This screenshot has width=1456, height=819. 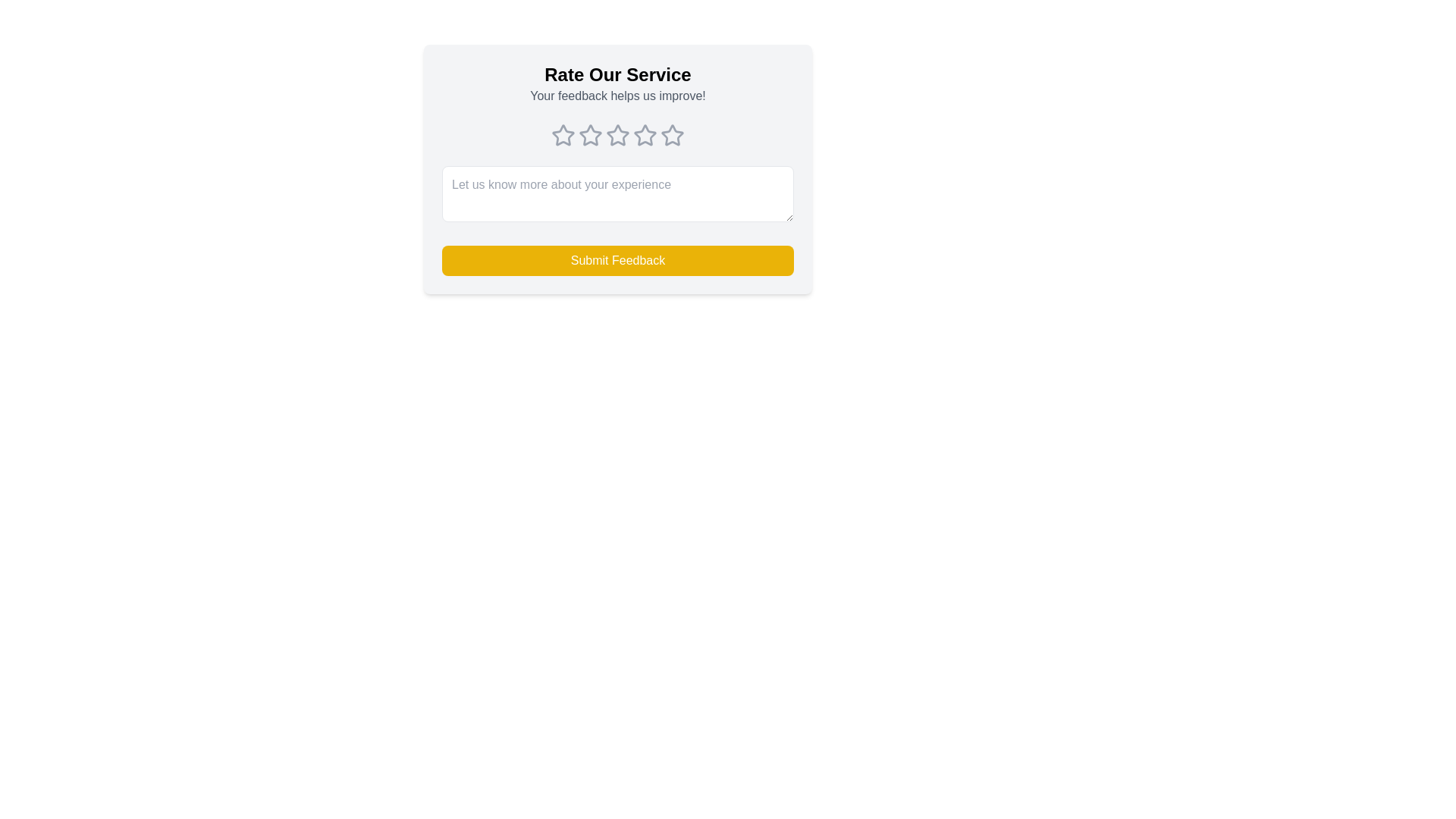 I want to click on inside the wide rectangular text area with a rounded border that has the placeholder text 'Let us know more about your experience' to focus, so click(x=618, y=195).